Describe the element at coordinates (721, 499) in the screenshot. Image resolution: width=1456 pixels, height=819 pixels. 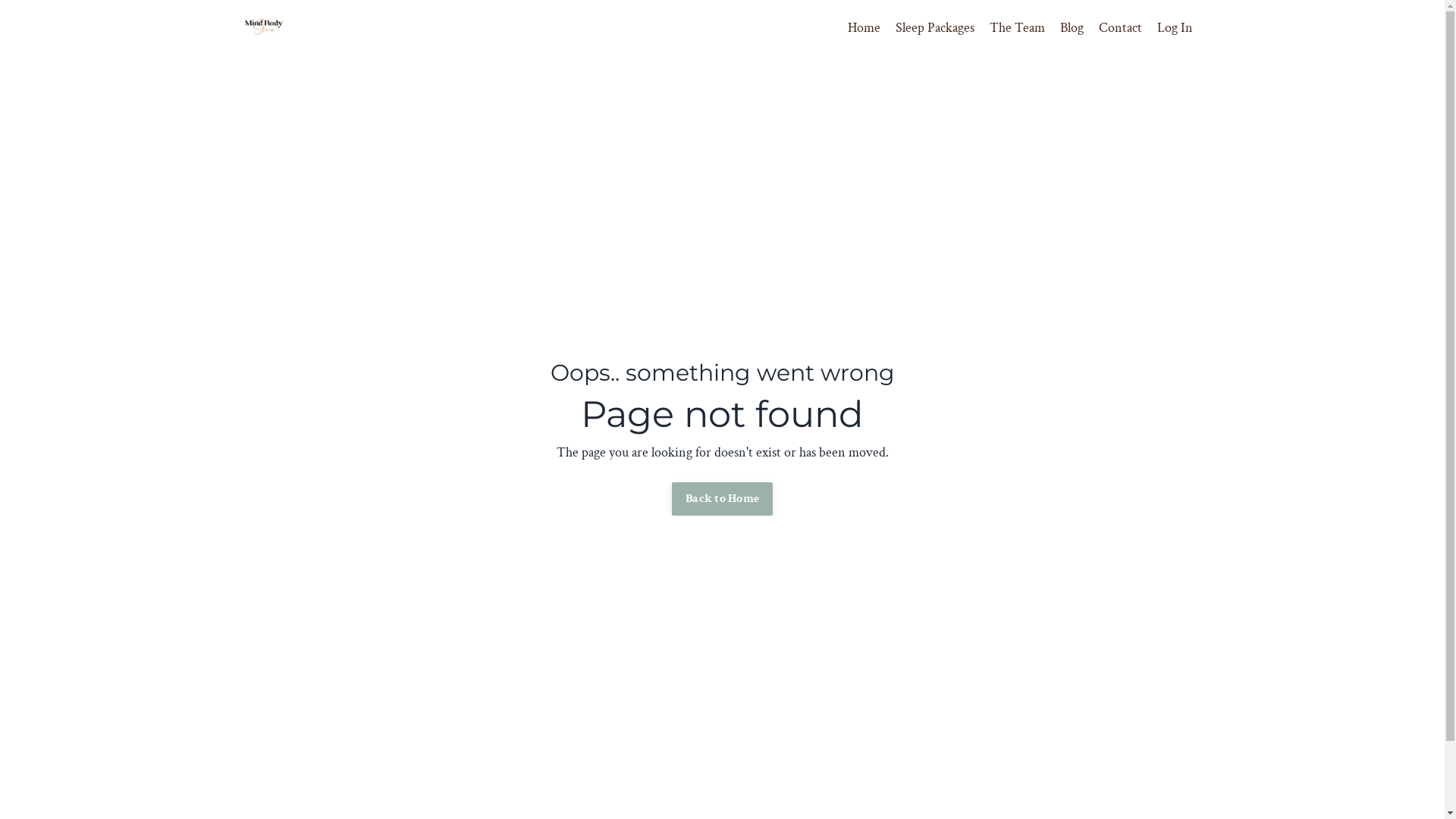
I see `'Back to Home'` at that location.